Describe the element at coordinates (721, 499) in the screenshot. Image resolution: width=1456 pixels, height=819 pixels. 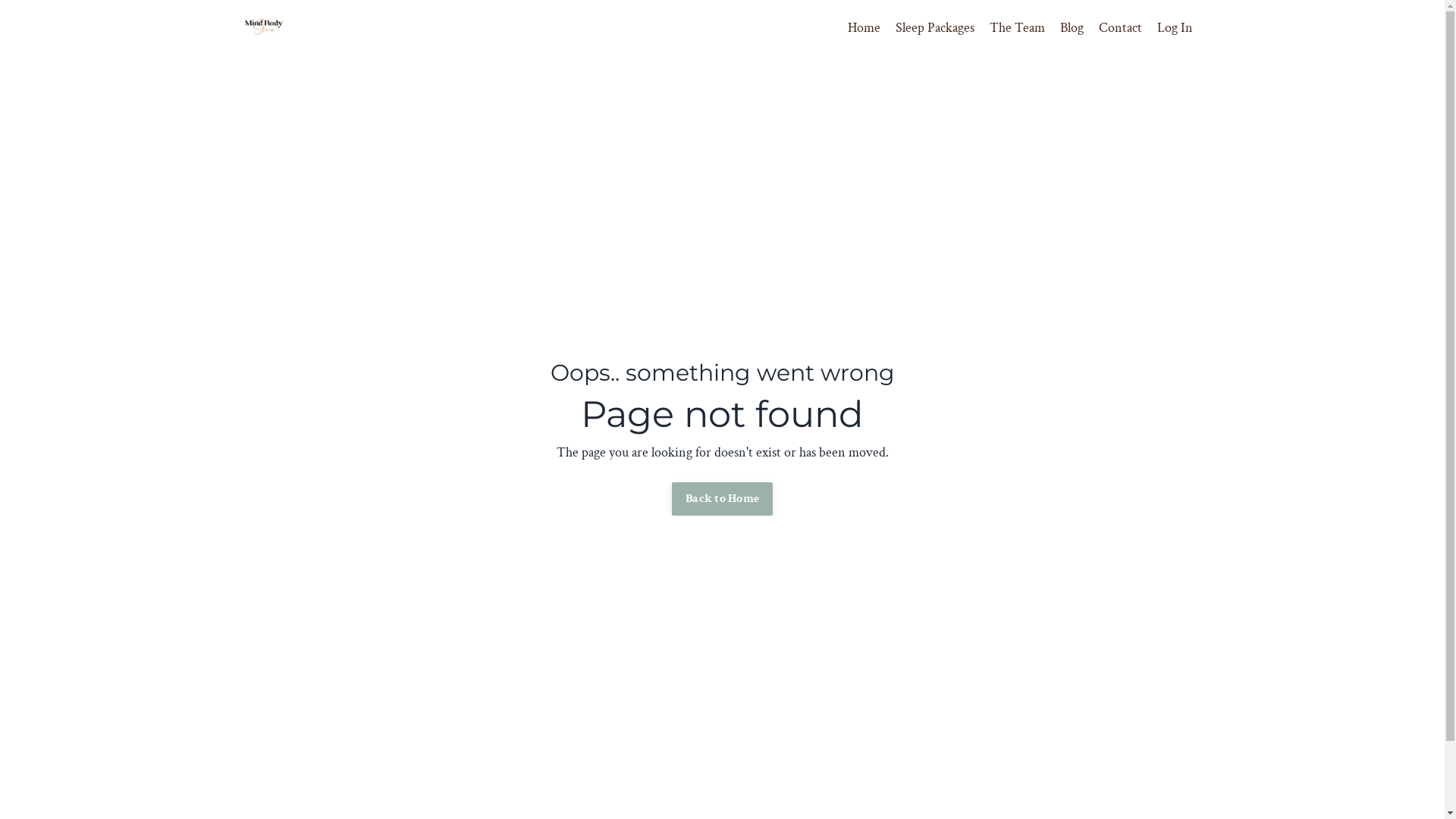
I see `'Back to Home'` at that location.